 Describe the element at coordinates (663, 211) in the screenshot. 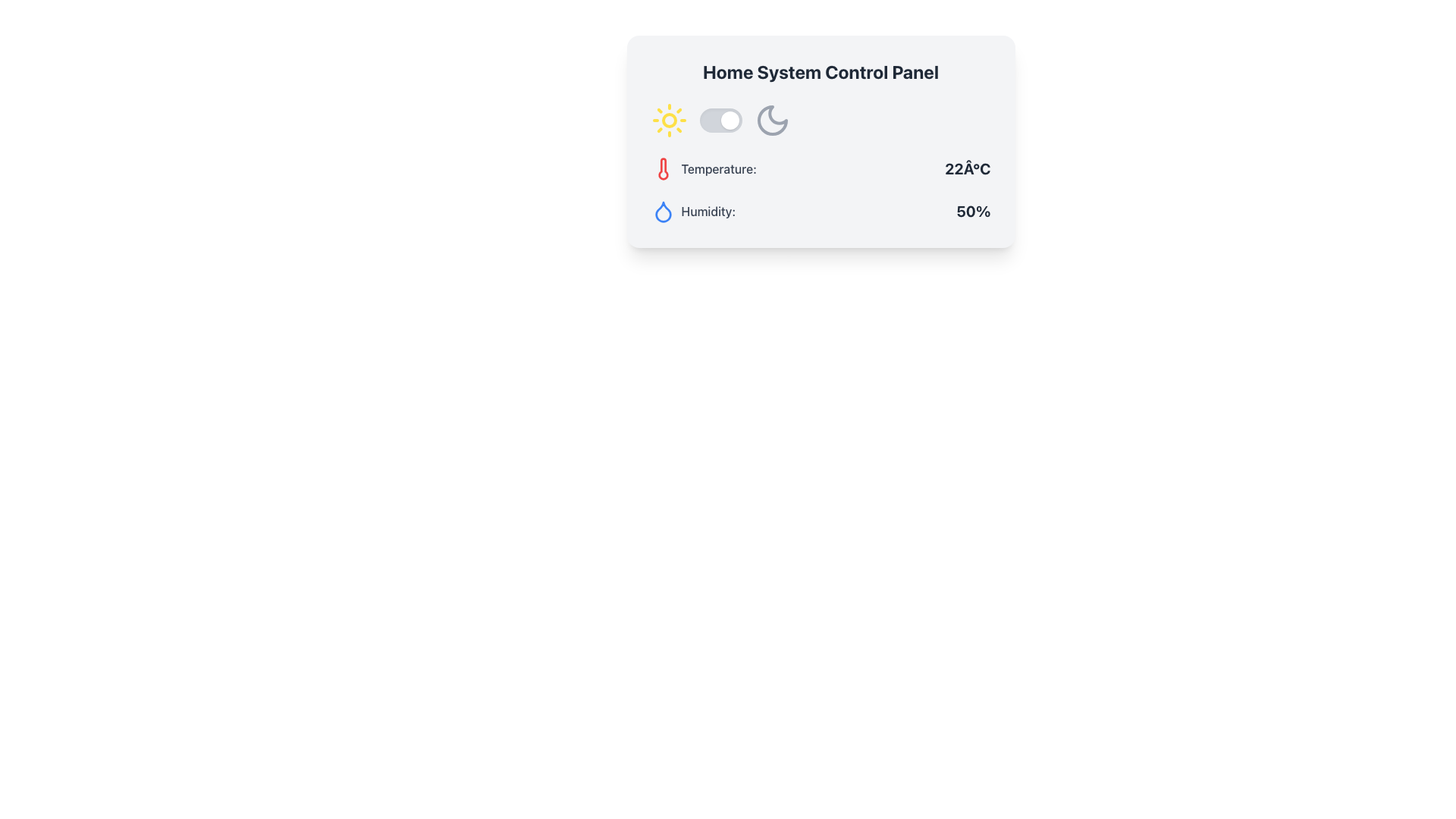

I see `the humidity icon located to the left of the 'Humidity:' text in the environmental indicators panel` at that location.